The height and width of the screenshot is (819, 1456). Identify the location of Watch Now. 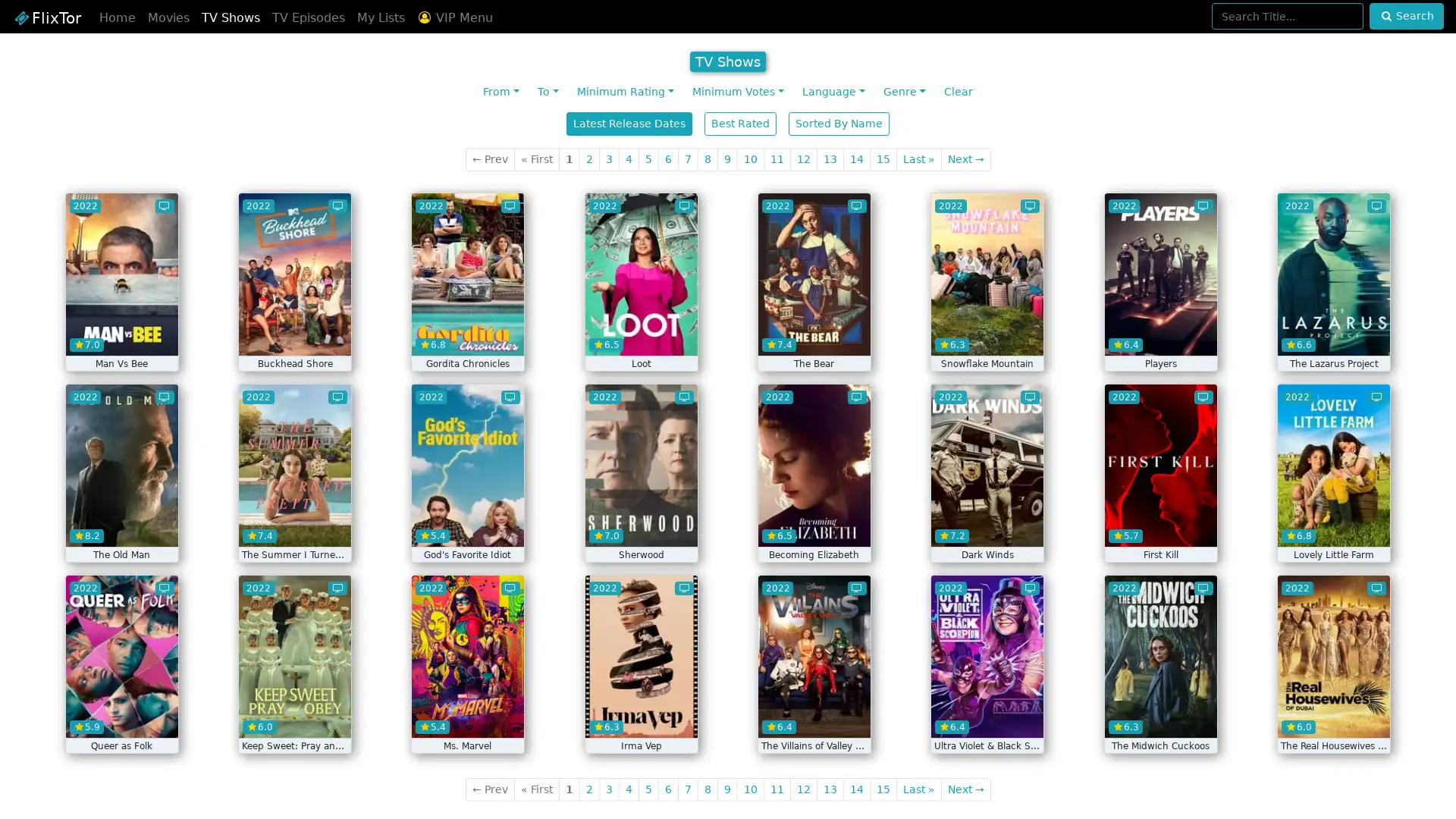
(467, 332).